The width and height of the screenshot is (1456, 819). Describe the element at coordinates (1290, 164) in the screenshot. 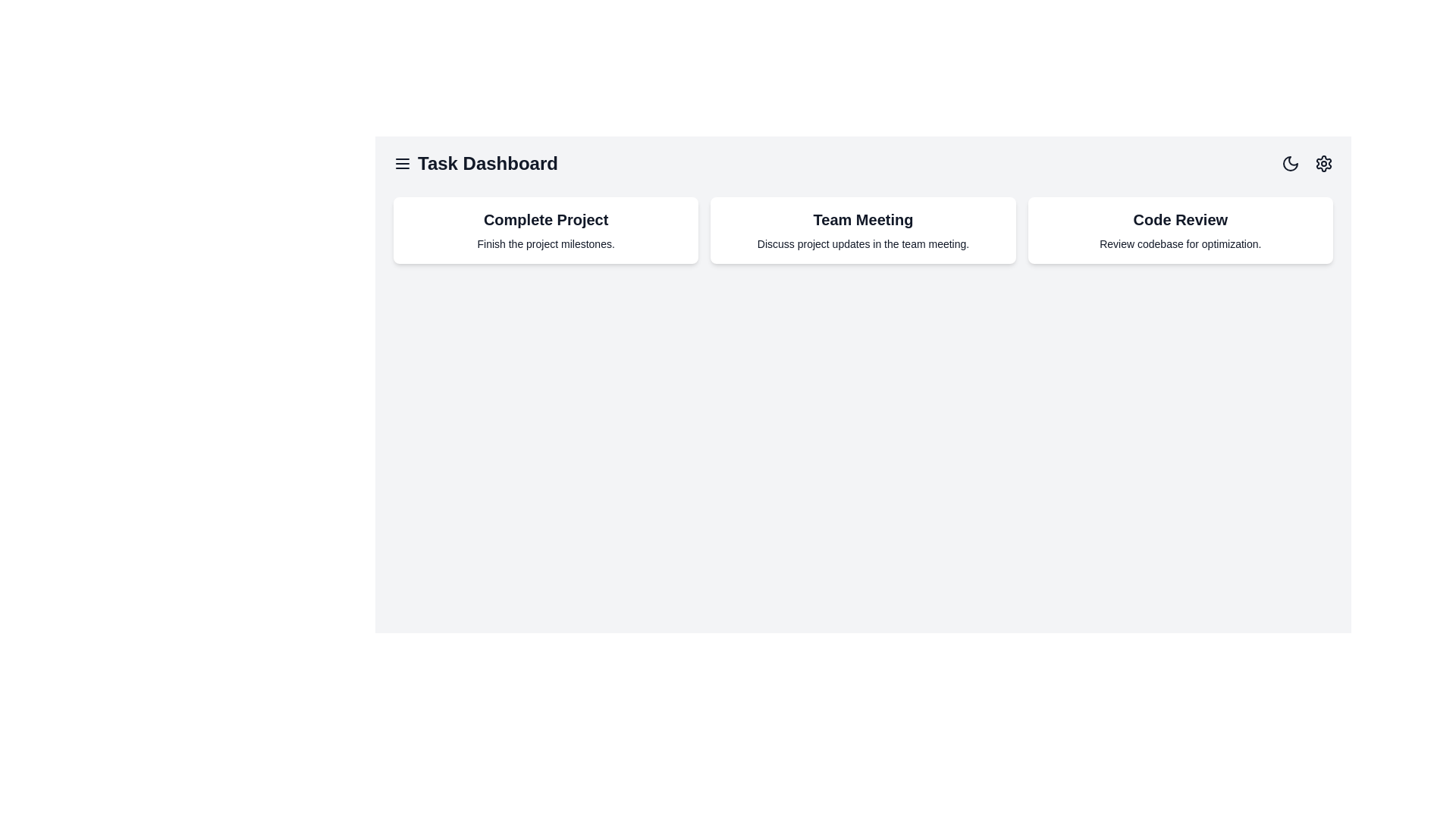

I see `the moon icon in line art style located in the top-right corner of the interface` at that location.